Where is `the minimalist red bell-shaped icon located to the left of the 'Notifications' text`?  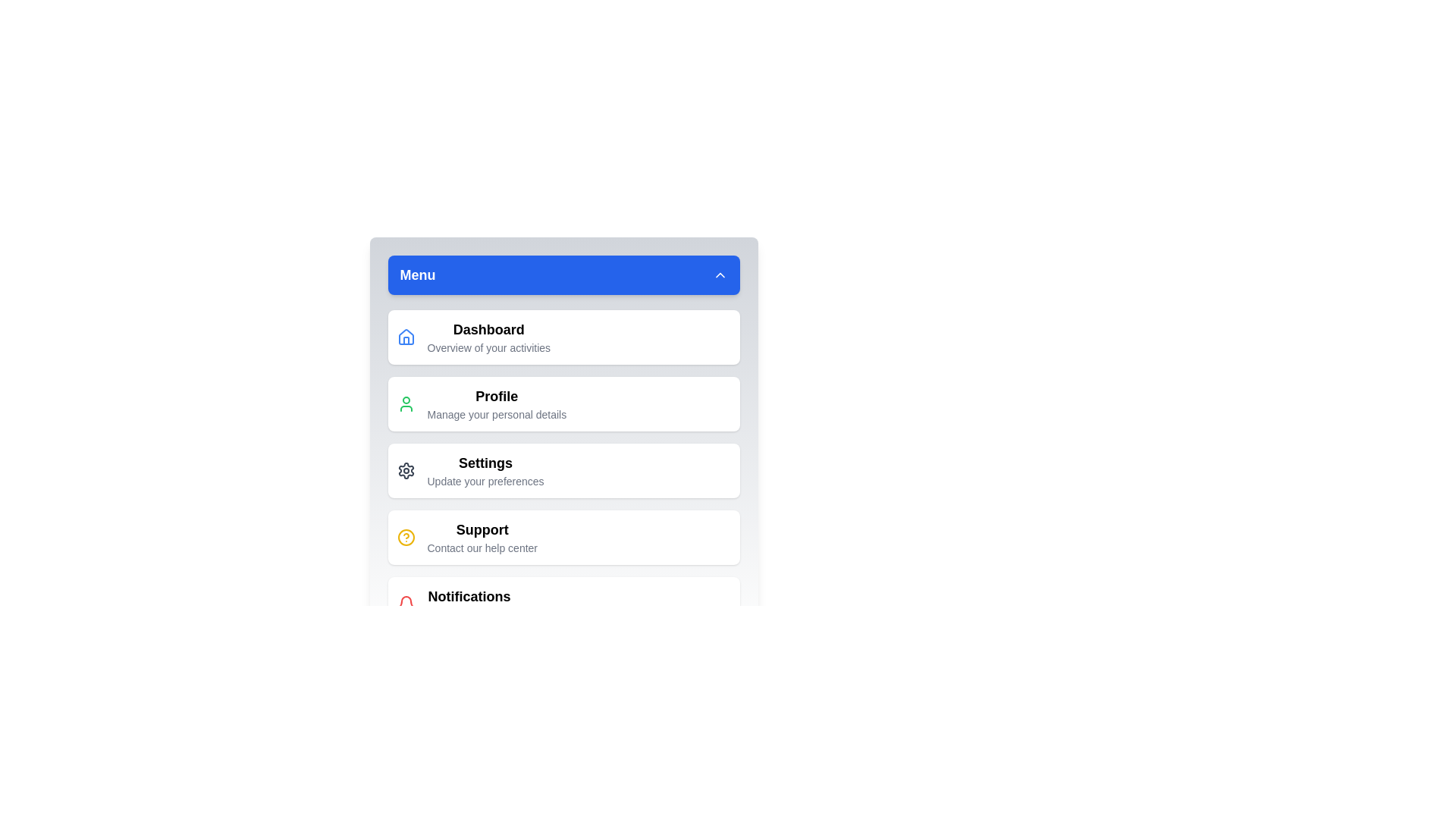
the minimalist red bell-shaped icon located to the left of the 'Notifications' text is located at coordinates (406, 604).